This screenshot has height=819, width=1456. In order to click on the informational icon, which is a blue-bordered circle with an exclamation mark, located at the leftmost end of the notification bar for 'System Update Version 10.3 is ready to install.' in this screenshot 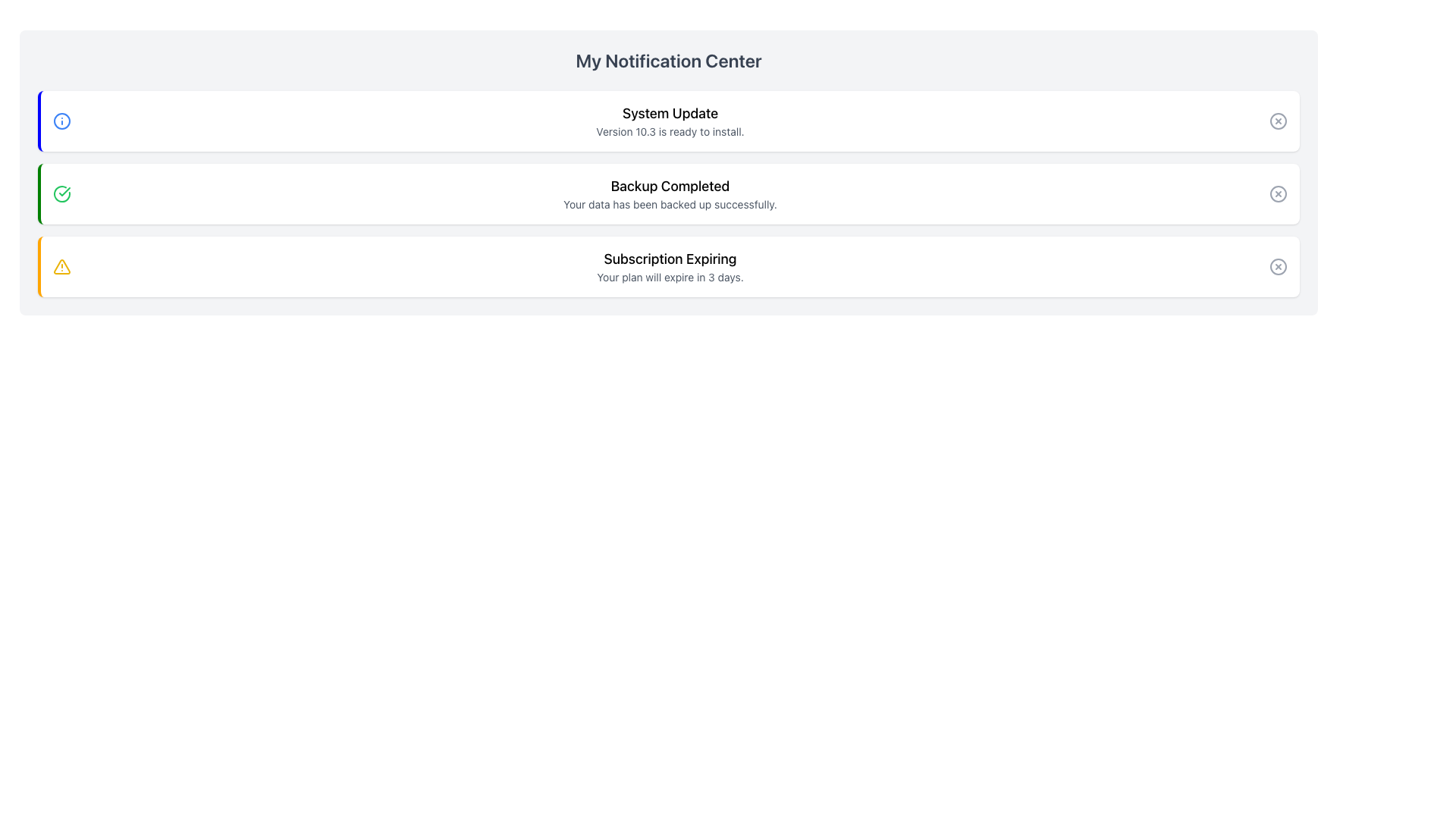, I will do `click(61, 120)`.